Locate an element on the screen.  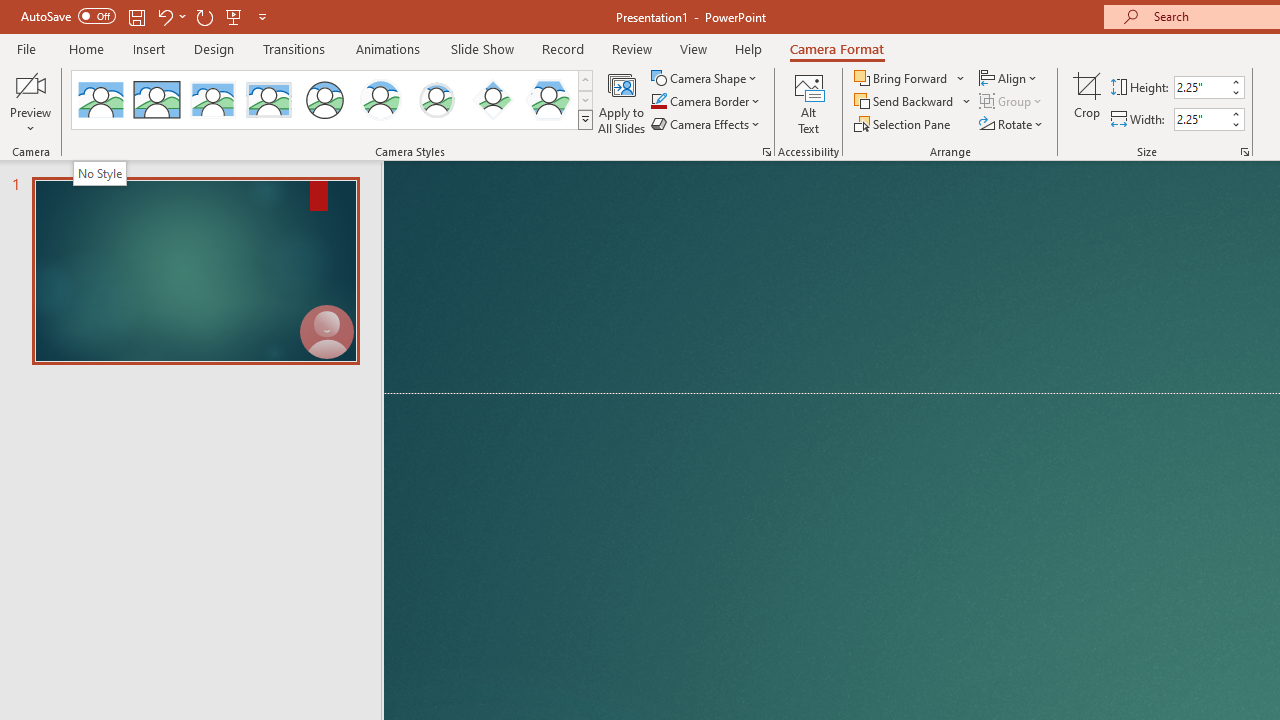
'No Style' is located at coordinates (98, 172).